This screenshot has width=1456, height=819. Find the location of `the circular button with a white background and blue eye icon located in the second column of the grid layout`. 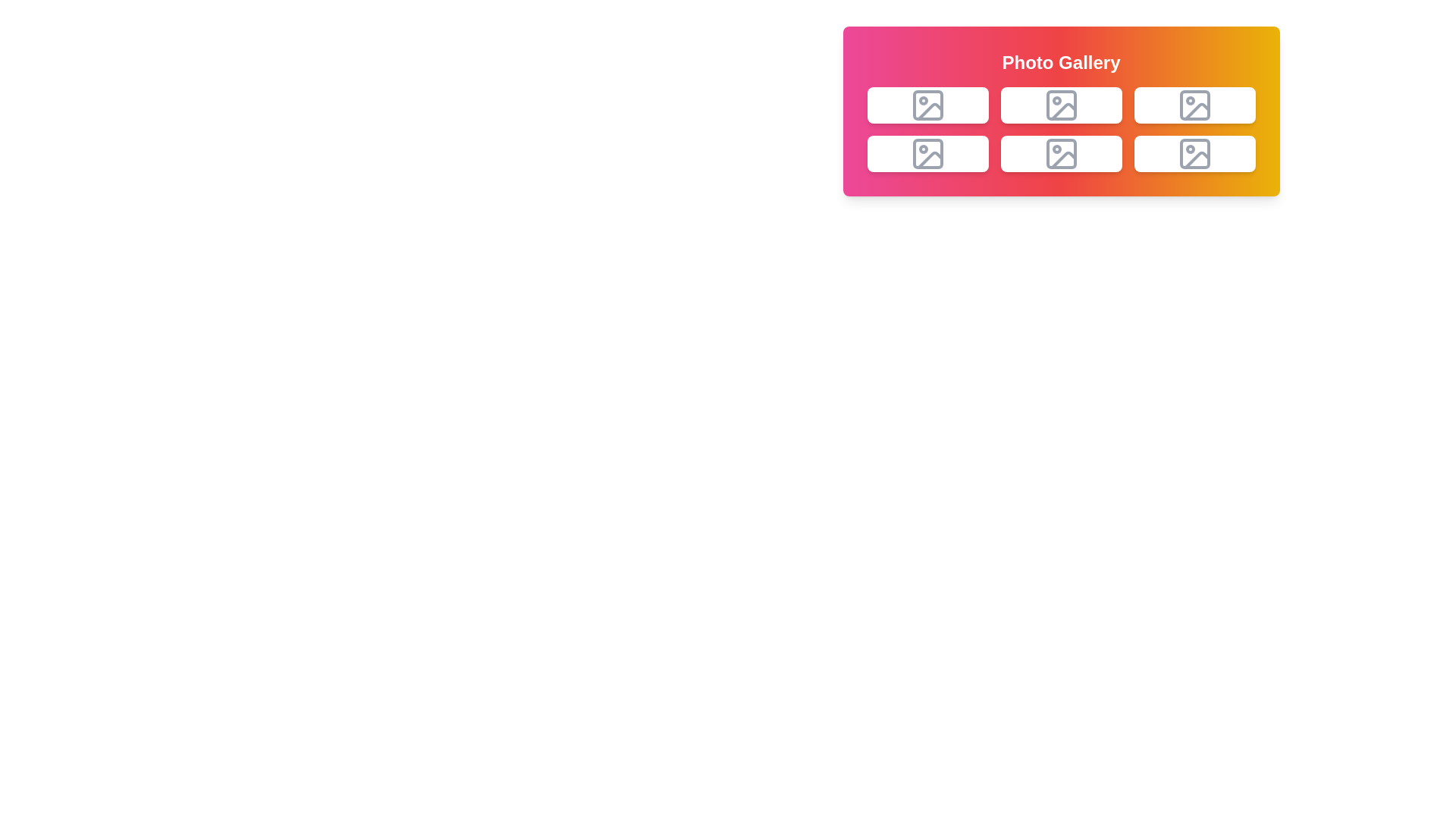

the circular button with a white background and blue eye icon located in the second column of the grid layout is located at coordinates (1174, 104).